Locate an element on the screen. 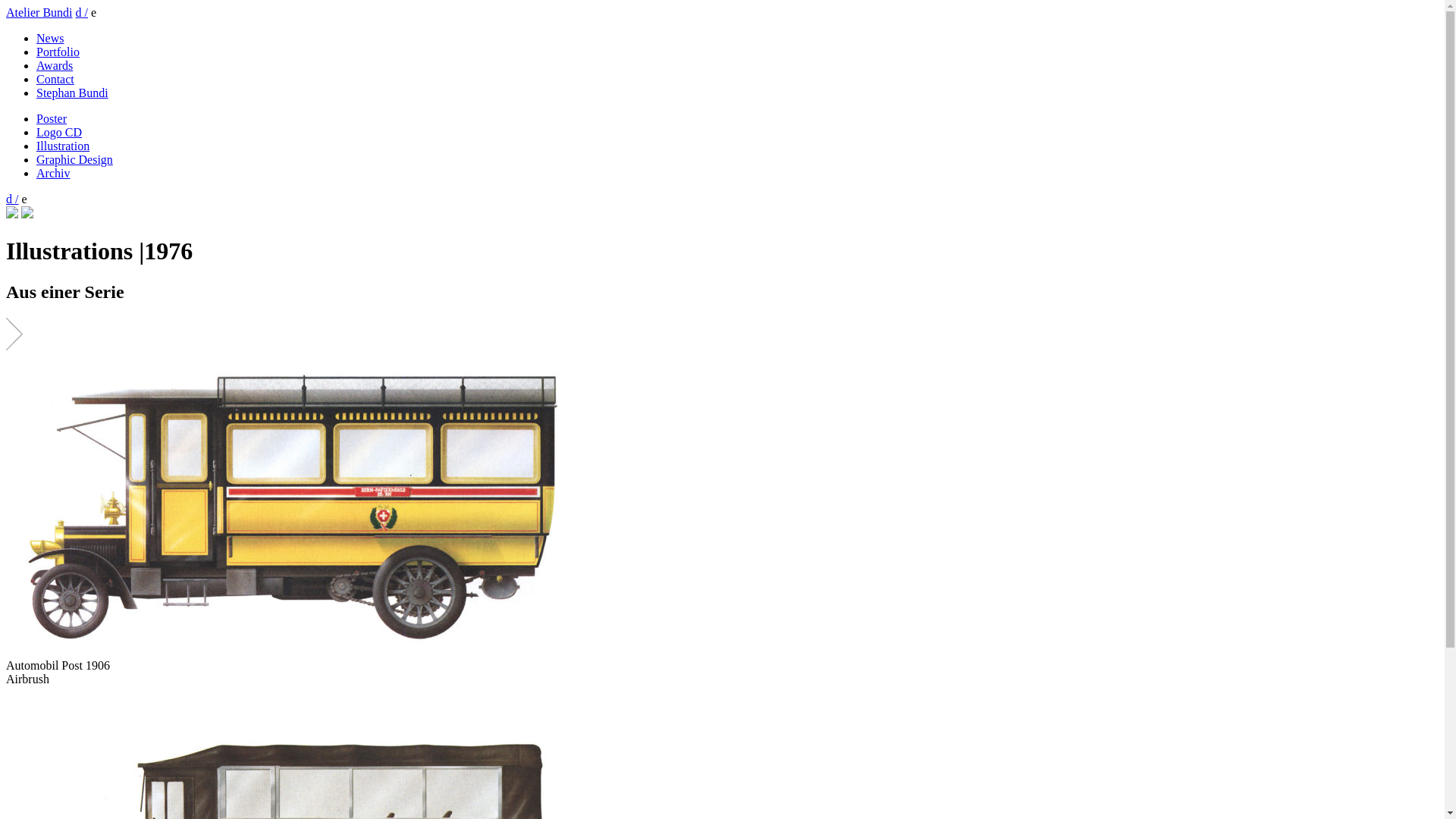 The image size is (1456, 819). 'Illustration' is located at coordinates (61, 146).